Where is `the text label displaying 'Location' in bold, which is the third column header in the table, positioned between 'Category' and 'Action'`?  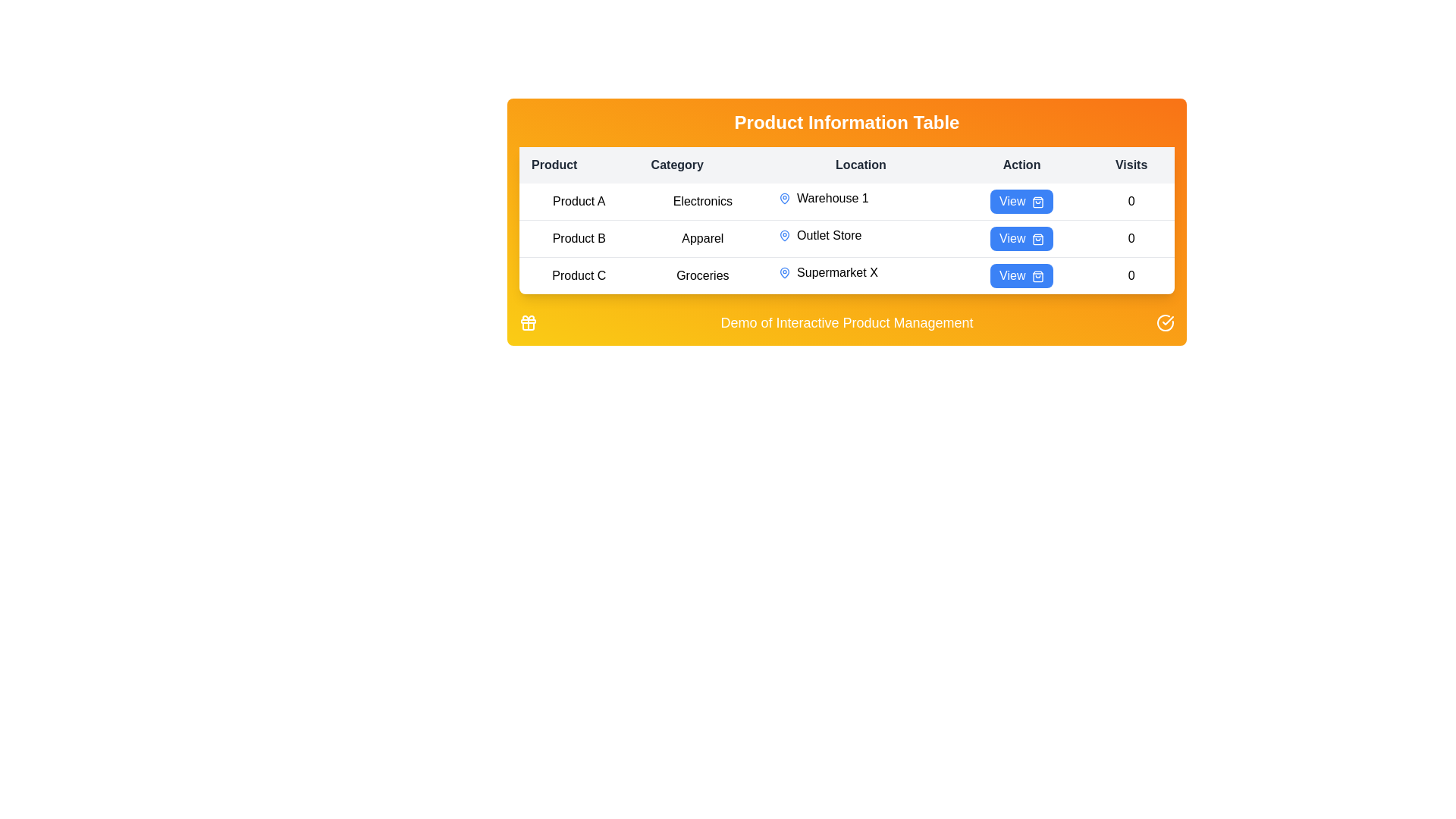
the text label displaying 'Location' in bold, which is the third column header in the table, positioned between 'Category' and 'Action' is located at coordinates (861, 165).